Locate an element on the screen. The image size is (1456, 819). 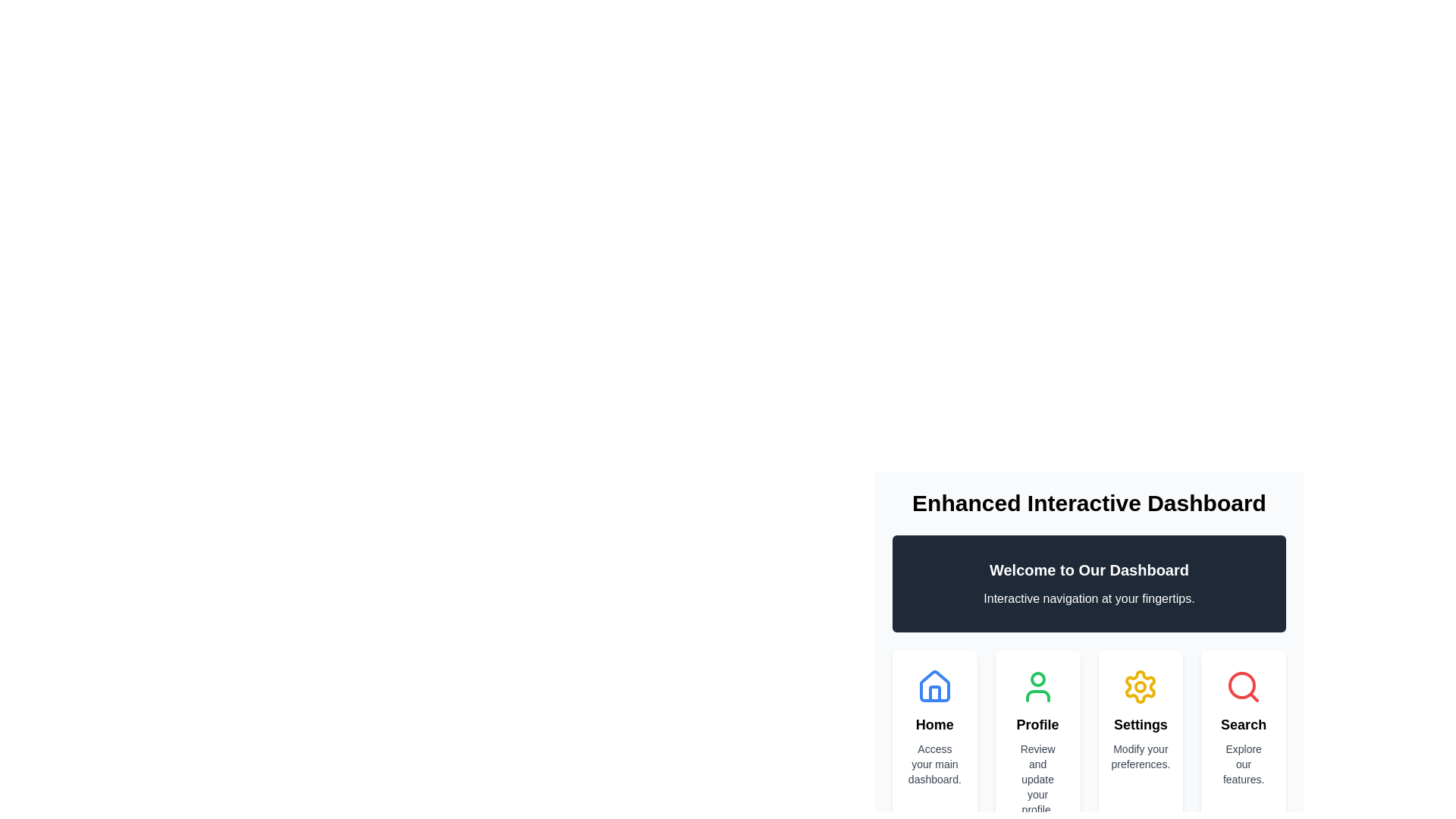
the user profile icon located in the profile section, positioned below the circular user head representation and above the 'Profile' text label is located at coordinates (1037, 696).